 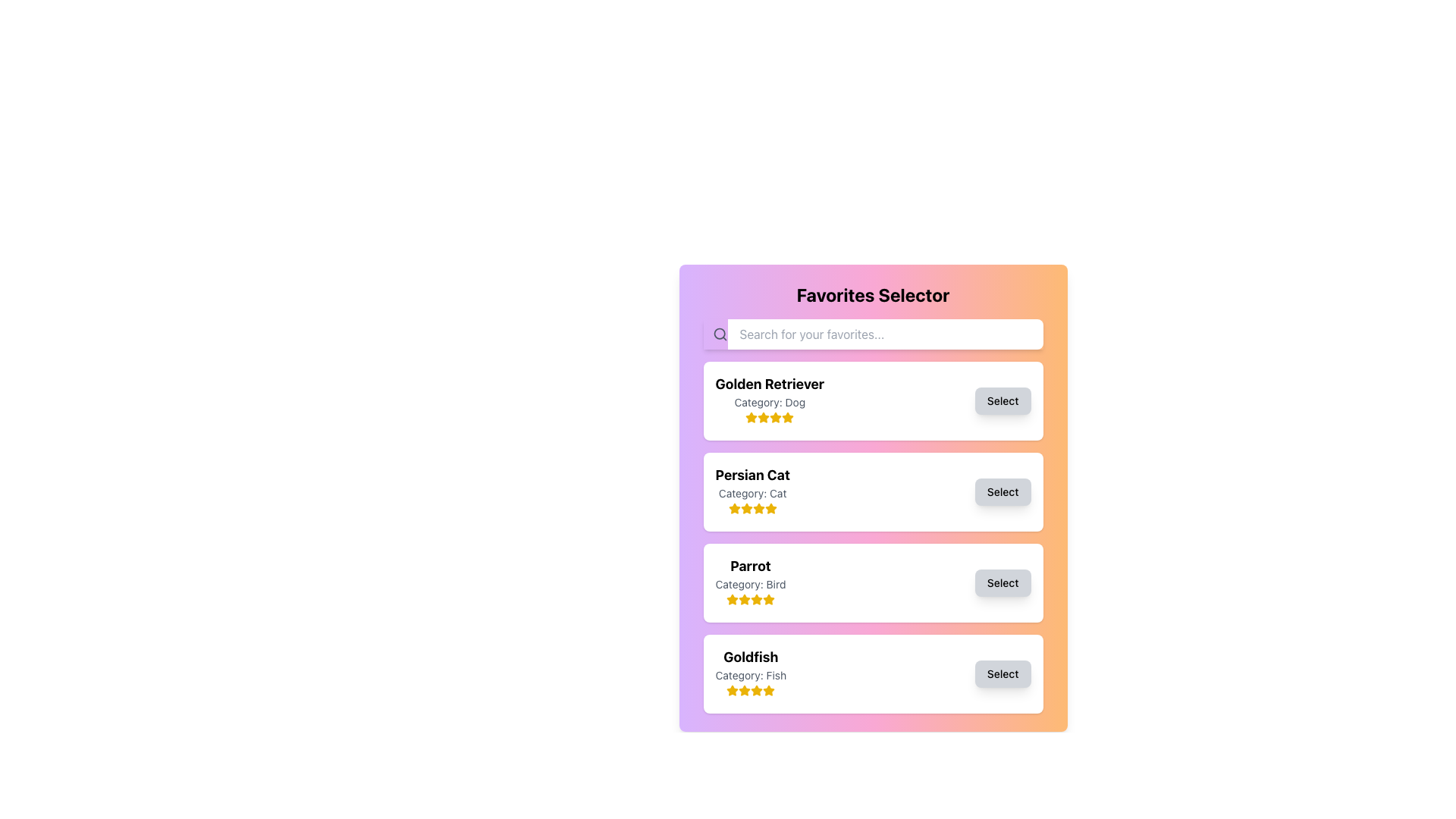 What do you see at coordinates (744, 598) in the screenshot?
I see `the third filled star icon in the rating system under the 'Parrot' entry` at bounding box center [744, 598].